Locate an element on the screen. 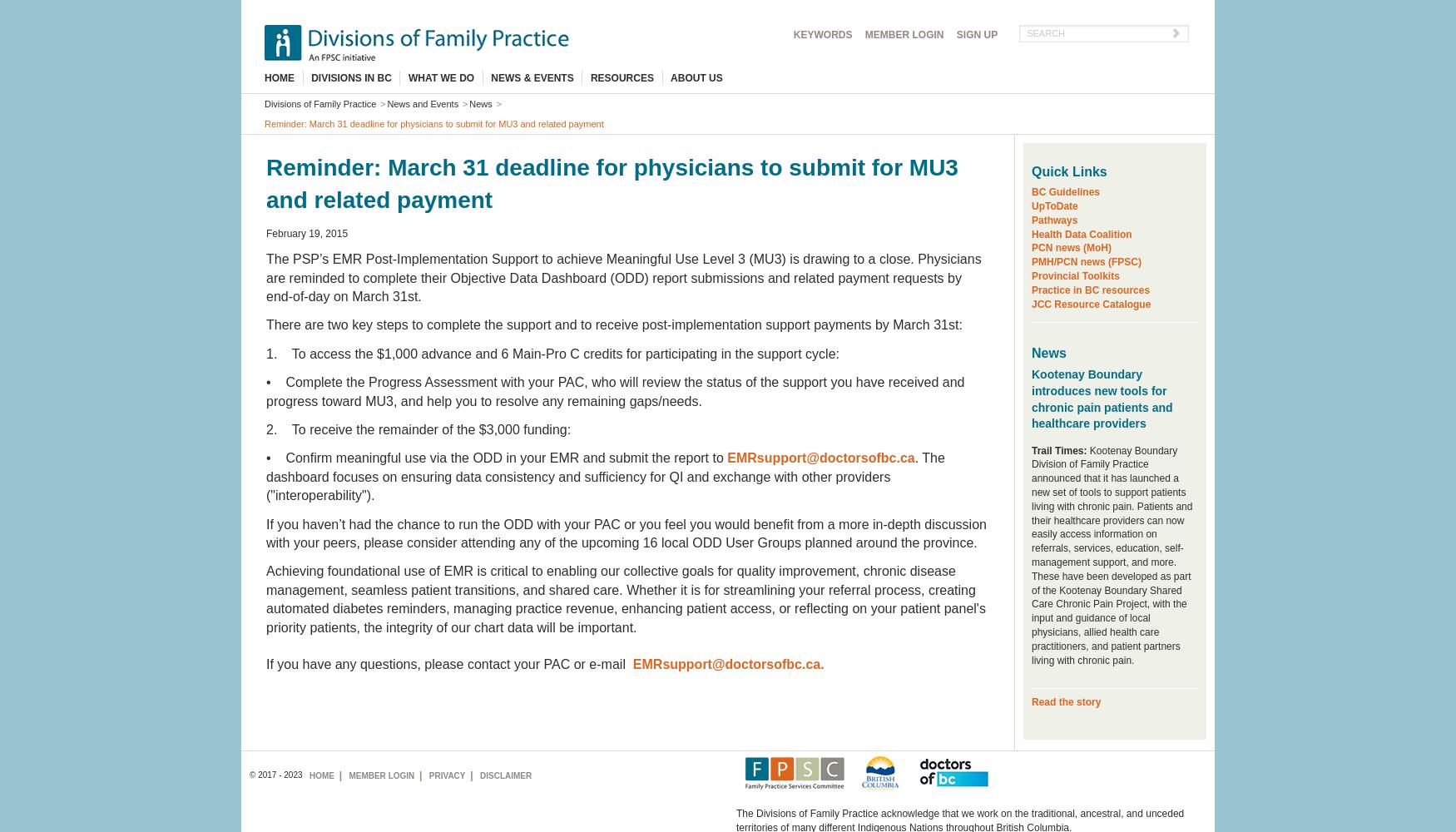 The image size is (1456, 832). 'Home' is located at coordinates (320, 775).